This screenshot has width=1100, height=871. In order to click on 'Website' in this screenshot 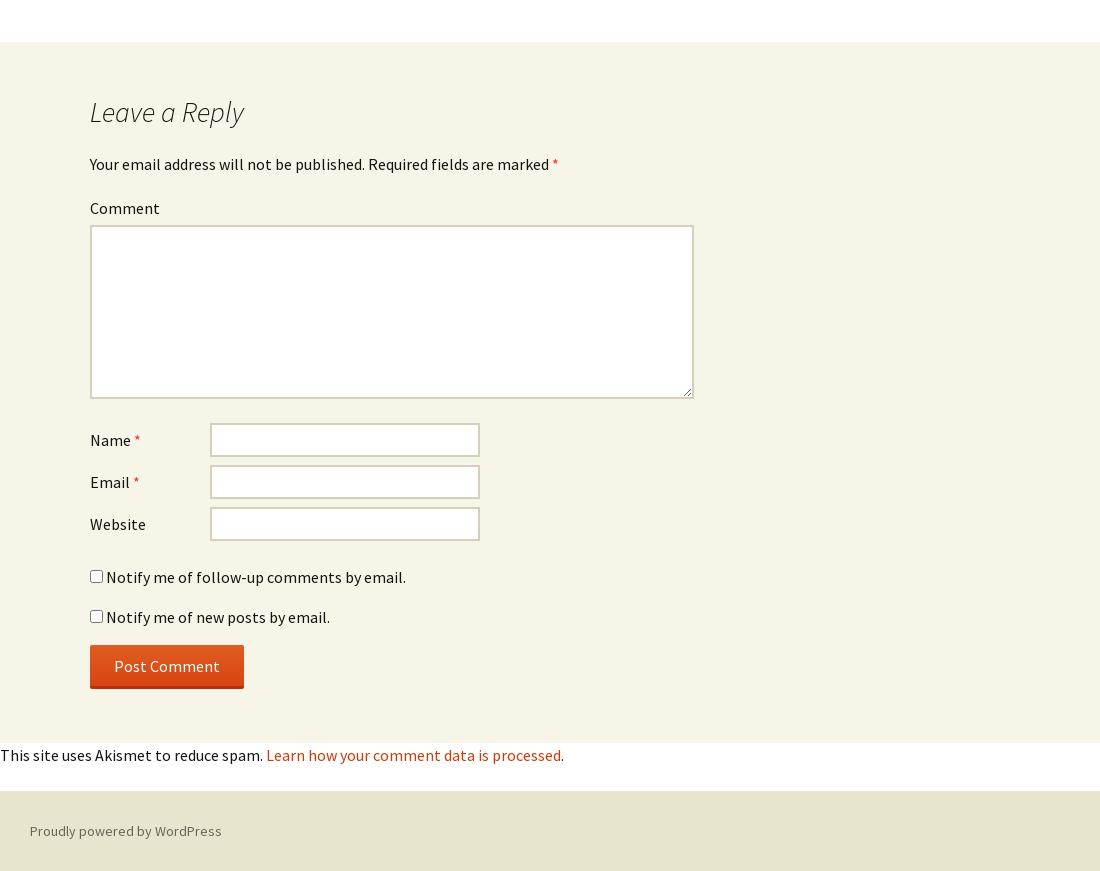, I will do `click(118, 523)`.